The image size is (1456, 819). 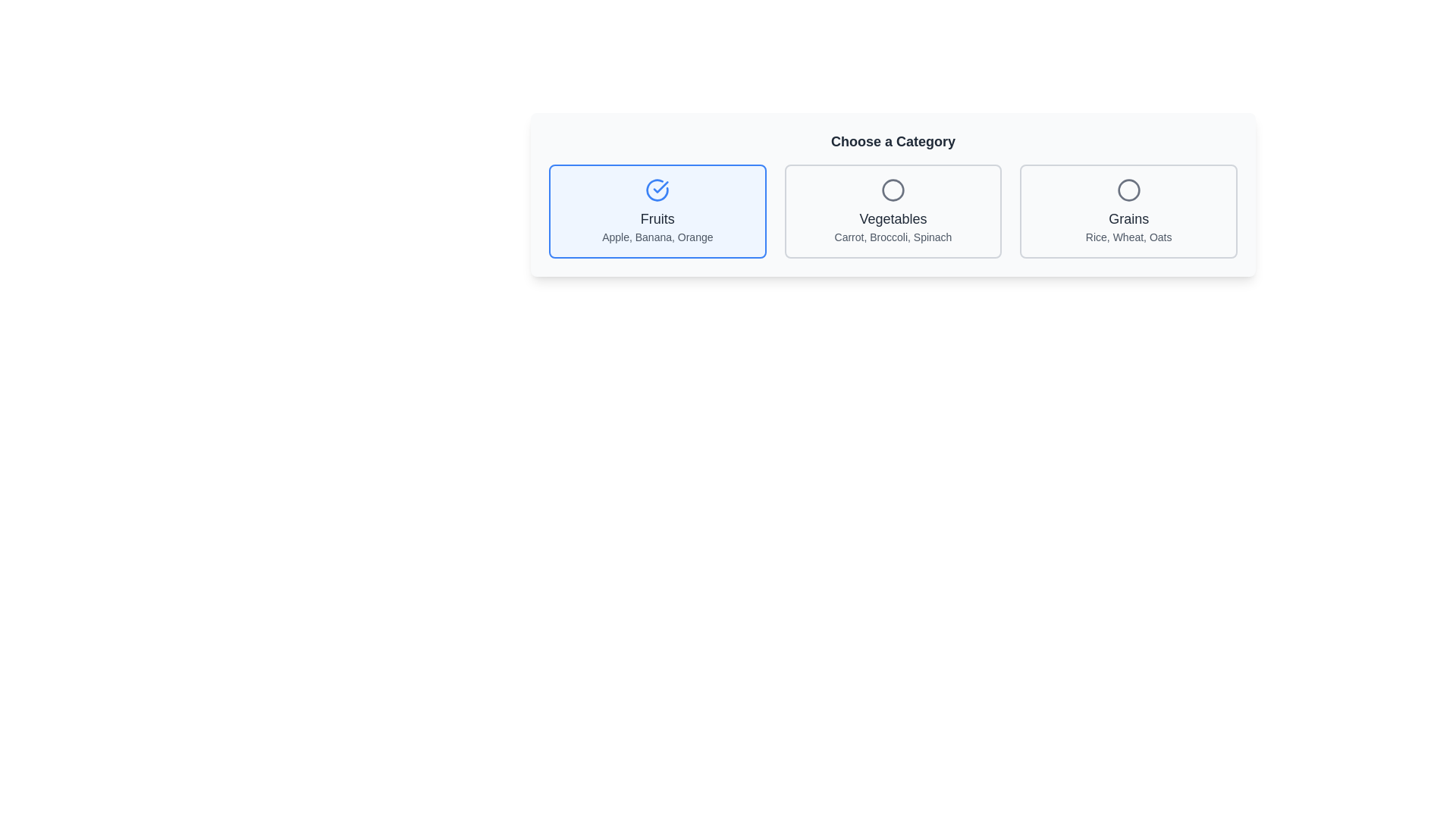 What do you see at coordinates (893, 189) in the screenshot?
I see `the circular icon representing the 'Vegetables' category, which is located at the top center of the card labeled 'Vegetables'` at bounding box center [893, 189].